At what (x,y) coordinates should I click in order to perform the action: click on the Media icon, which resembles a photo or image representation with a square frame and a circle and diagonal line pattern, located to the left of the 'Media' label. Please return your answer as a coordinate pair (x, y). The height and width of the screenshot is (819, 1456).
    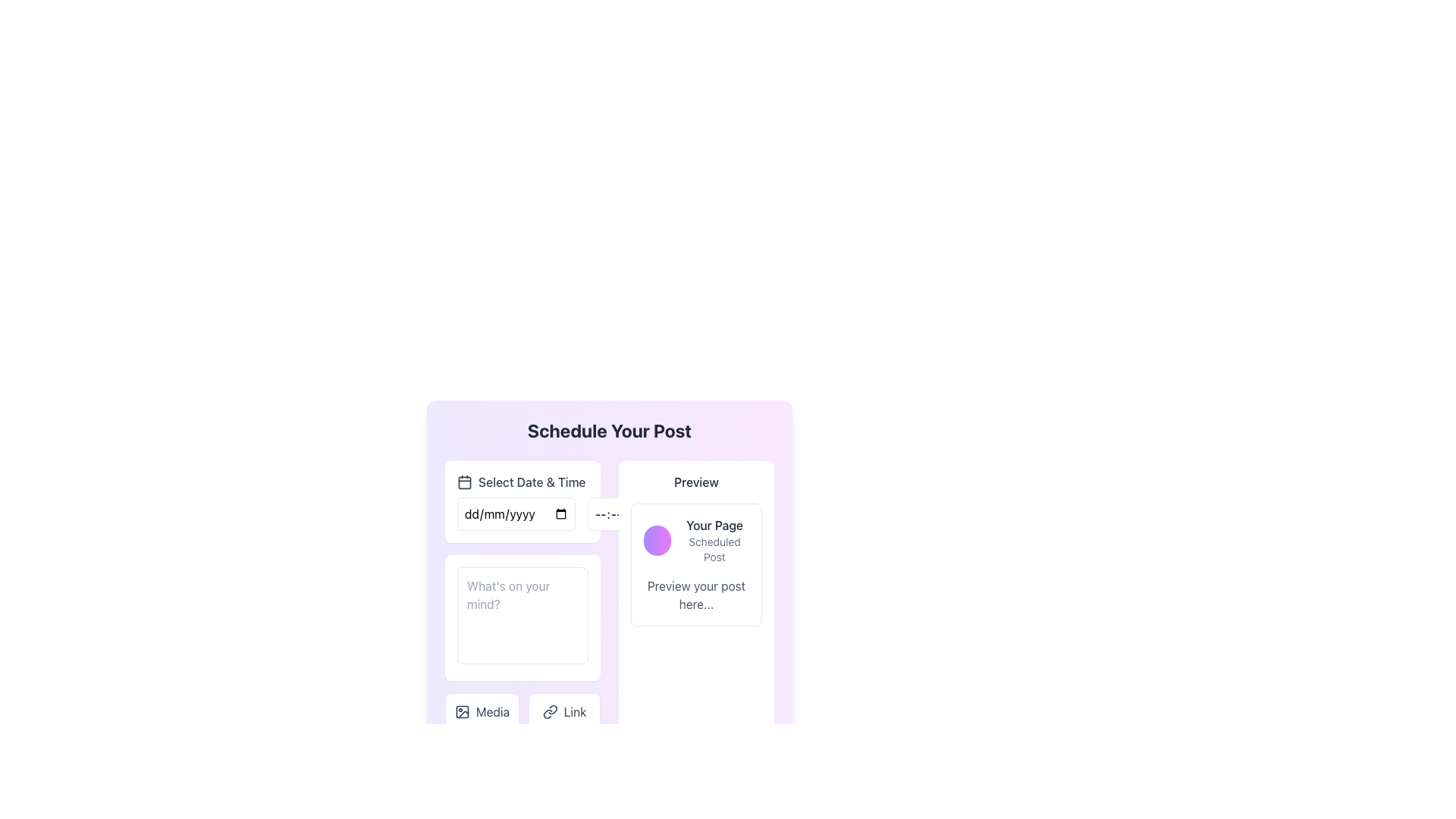
    Looking at the image, I should click on (461, 711).